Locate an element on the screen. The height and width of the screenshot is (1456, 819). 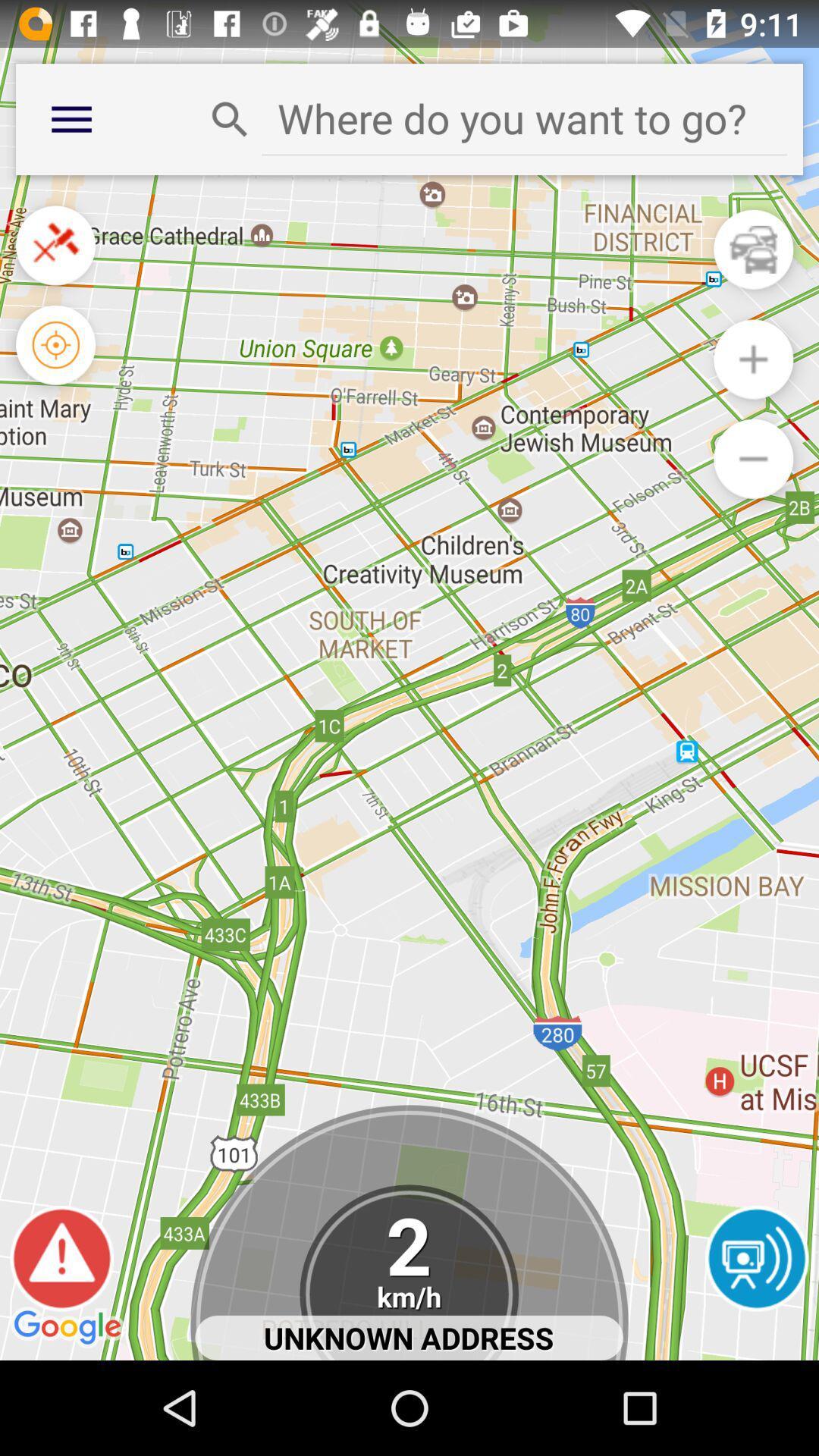
the close icon is located at coordinates (55, 262).